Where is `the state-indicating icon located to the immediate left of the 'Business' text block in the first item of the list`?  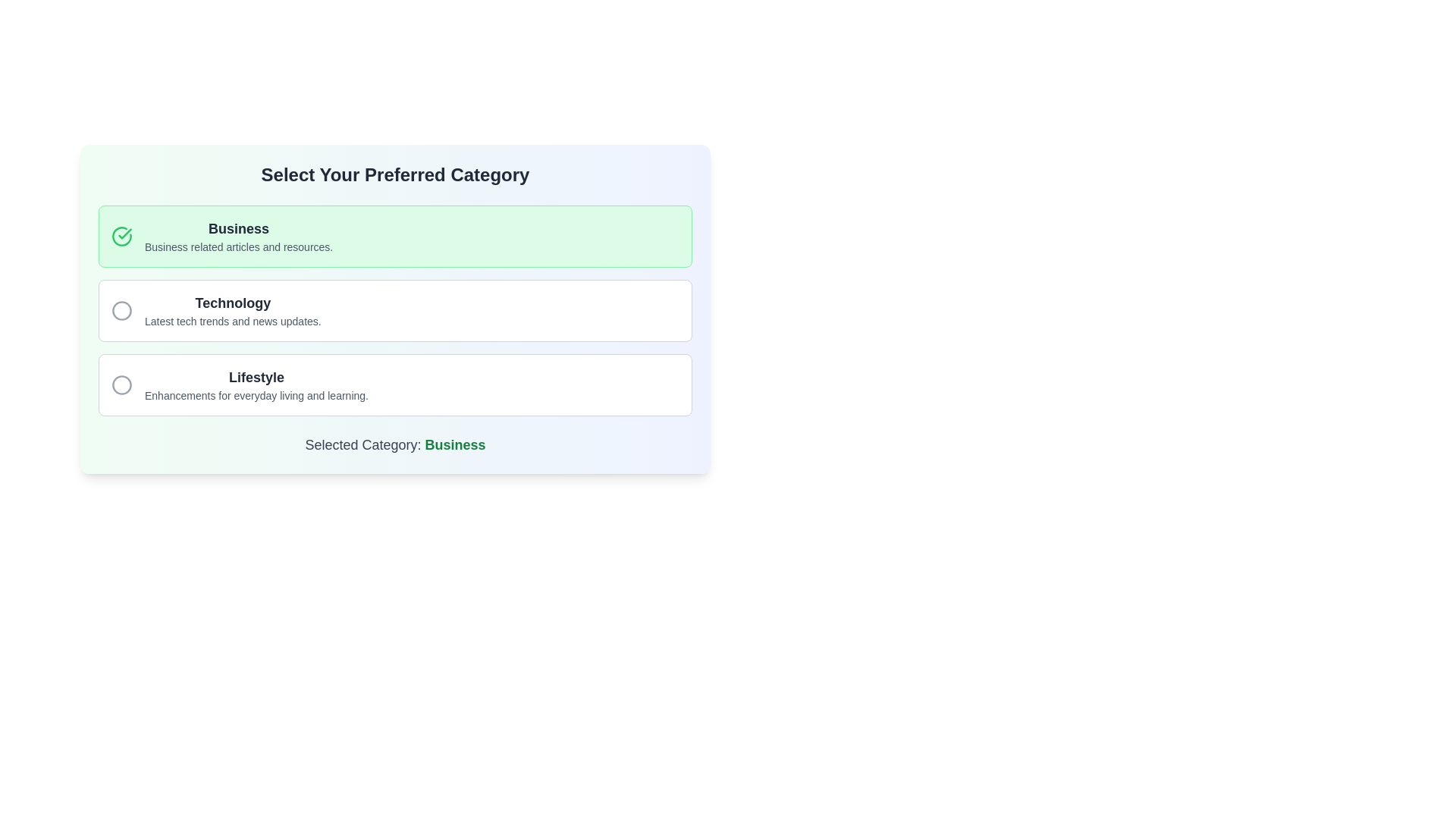
the state-indicating icon located to the immediate left of the 'Business' text block in the first item of the list is located at coordinates (122, 237).